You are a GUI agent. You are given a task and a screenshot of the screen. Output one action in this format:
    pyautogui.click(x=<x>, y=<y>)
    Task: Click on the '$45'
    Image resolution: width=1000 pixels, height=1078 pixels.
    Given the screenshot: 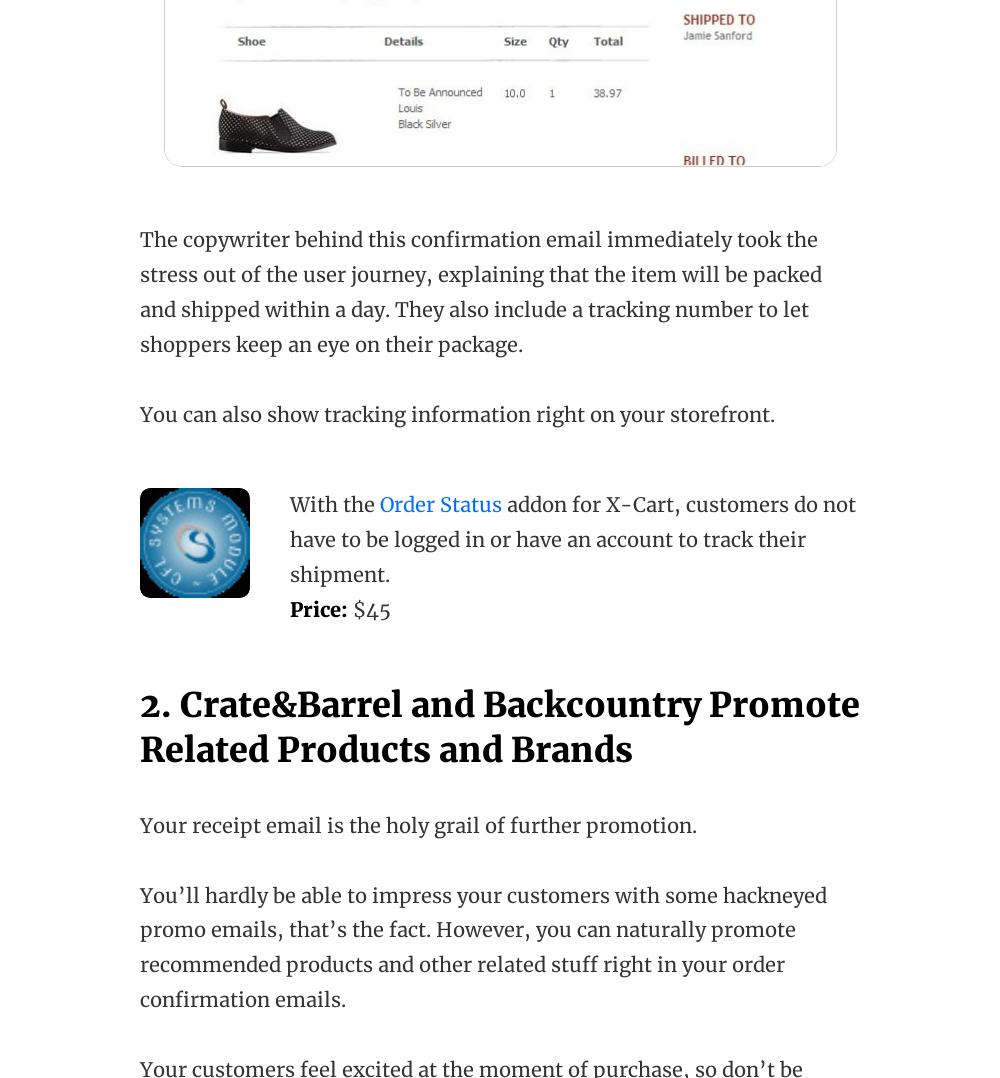 What is the action you would take?
    pyautogui.click(x=368, y=608)
    